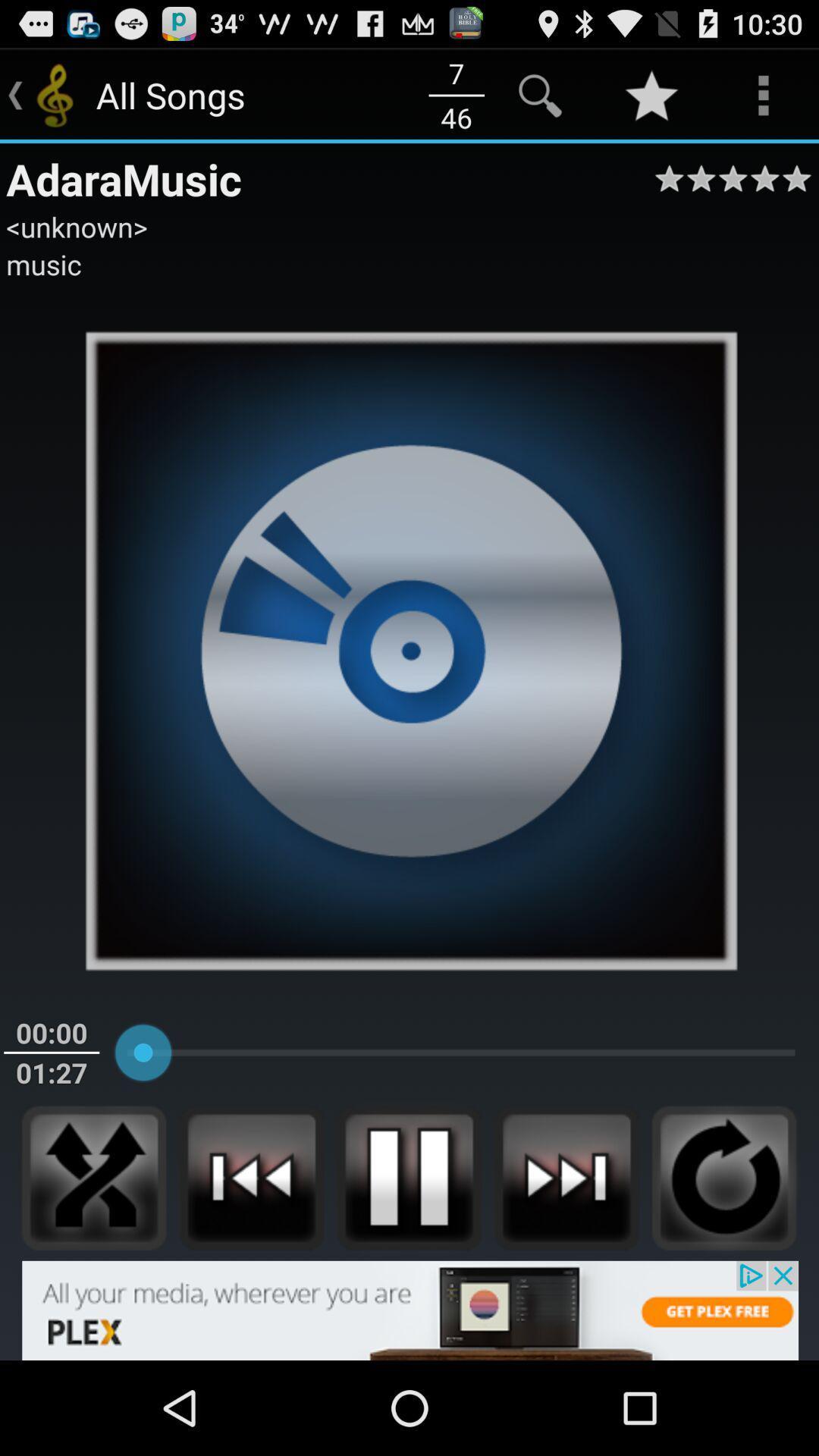  I want to click on pause song, so click(408, 1177).